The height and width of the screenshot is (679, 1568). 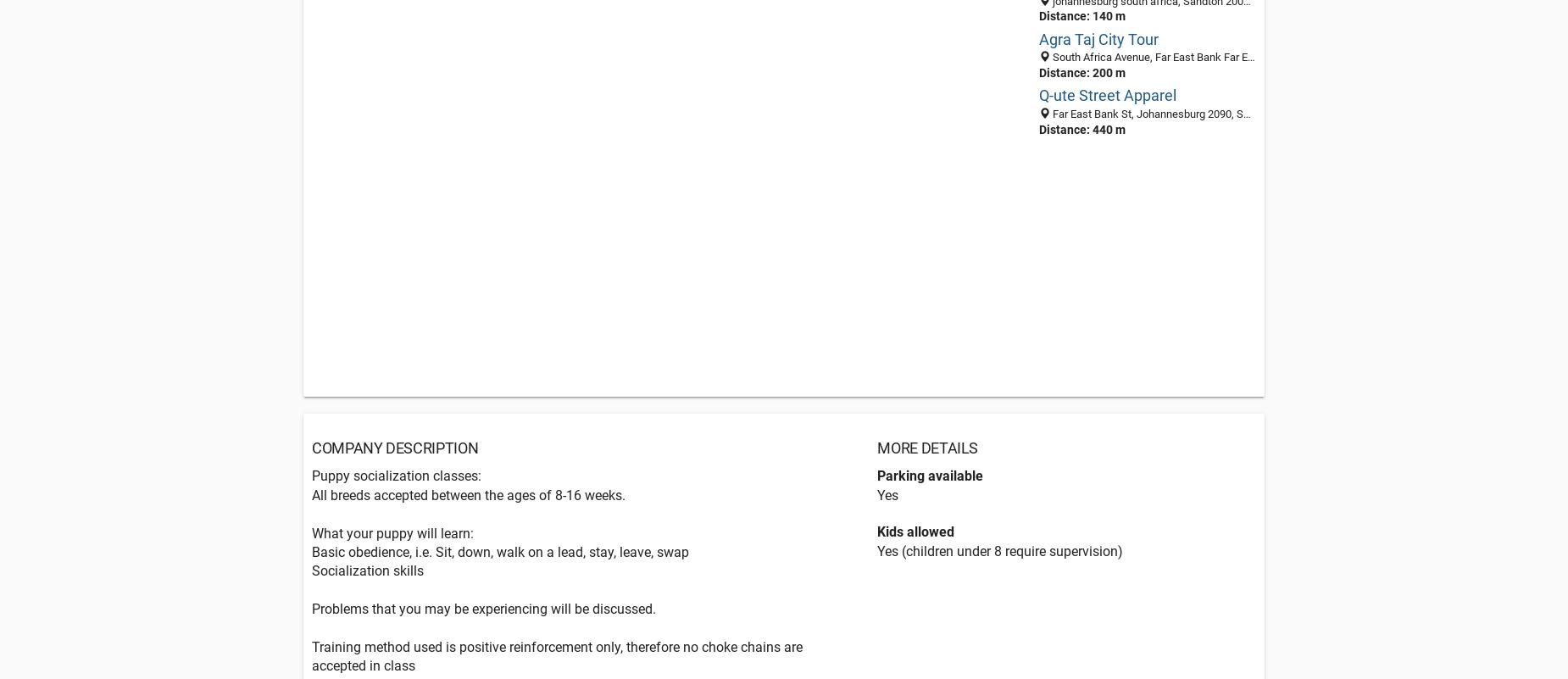 What do you see at coordinates (1246, 56) in the screenshot?
I see `'South Africa Avenue, Far East Bank Far East Bank, Sandton 2090, GP, South Africa'` at bounding box center [1246, 56].